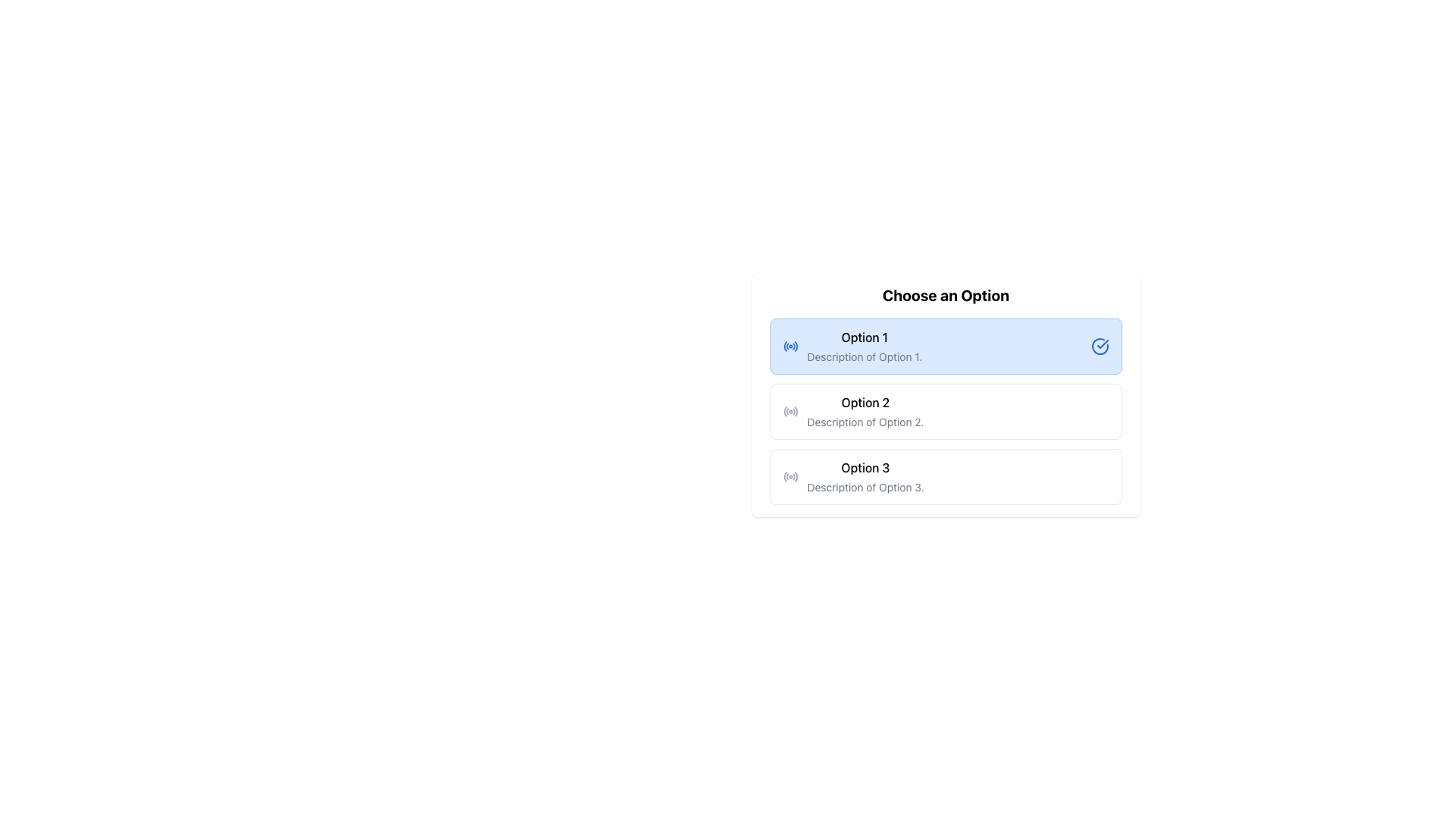 The width and height of the screenshot is (1456, 819). What do you see at coordinates (945, 412) in the screenshot?
I see `the second option labeled 'Option 2' in the RadioButton Group located beneath the title 'Choose an Option'` at bounding box center [945, 412].